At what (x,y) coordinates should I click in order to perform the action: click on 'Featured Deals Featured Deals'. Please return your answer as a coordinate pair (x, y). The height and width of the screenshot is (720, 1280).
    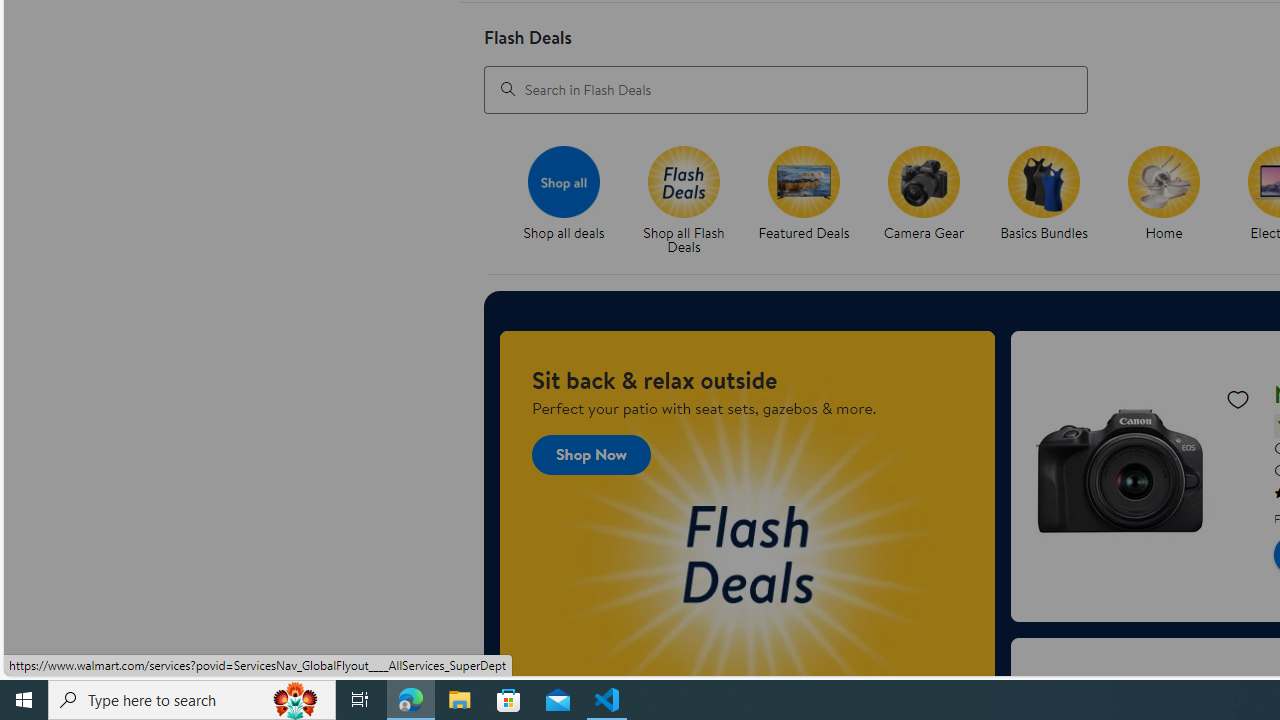
    Looking at the image, I should click on (804, 194).